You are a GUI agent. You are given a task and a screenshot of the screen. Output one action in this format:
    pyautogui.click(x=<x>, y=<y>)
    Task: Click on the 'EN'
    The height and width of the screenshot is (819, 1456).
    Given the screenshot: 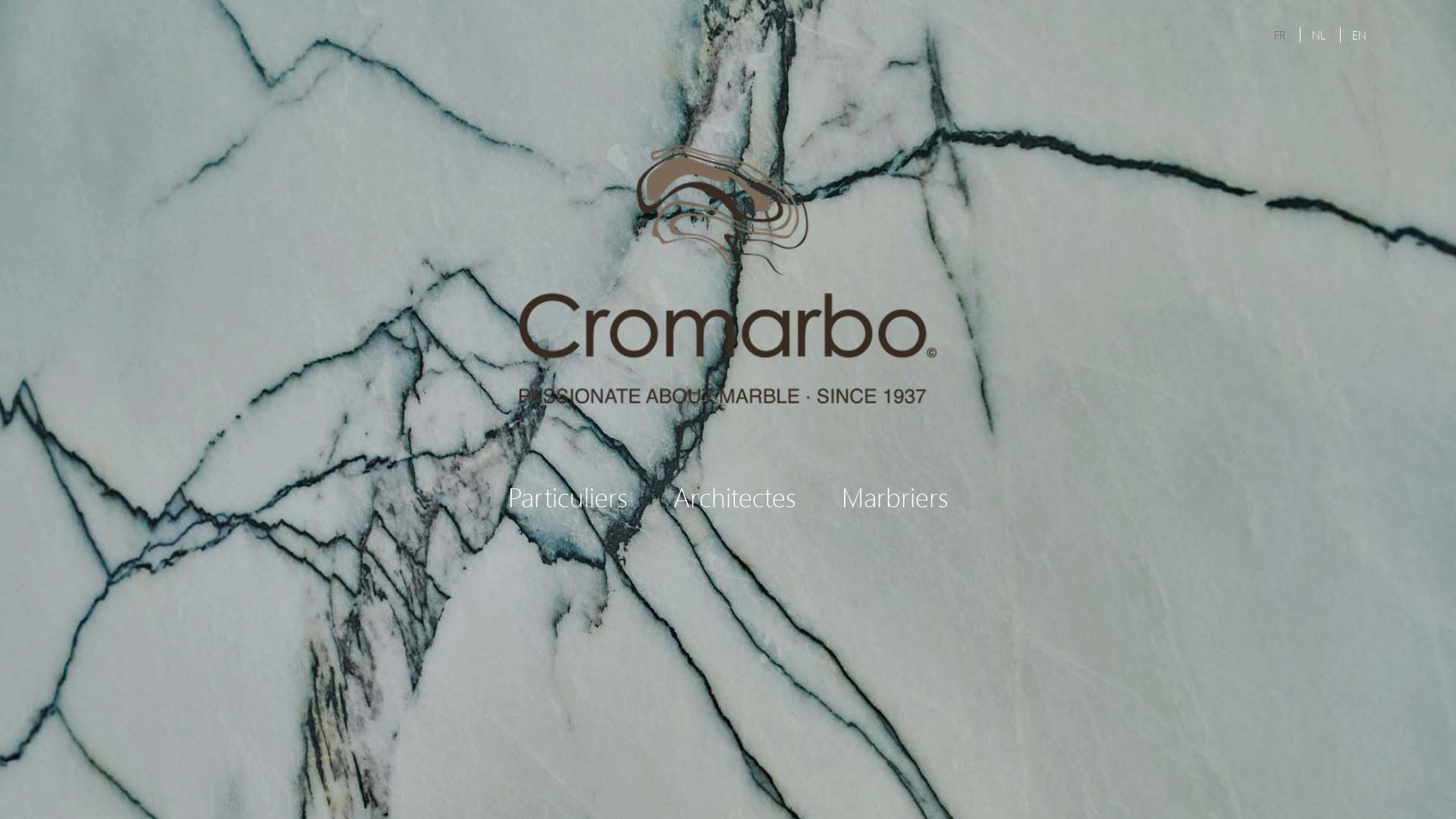 What is the action you would take?
    pyautogui.click(x=1359, y=34)
    